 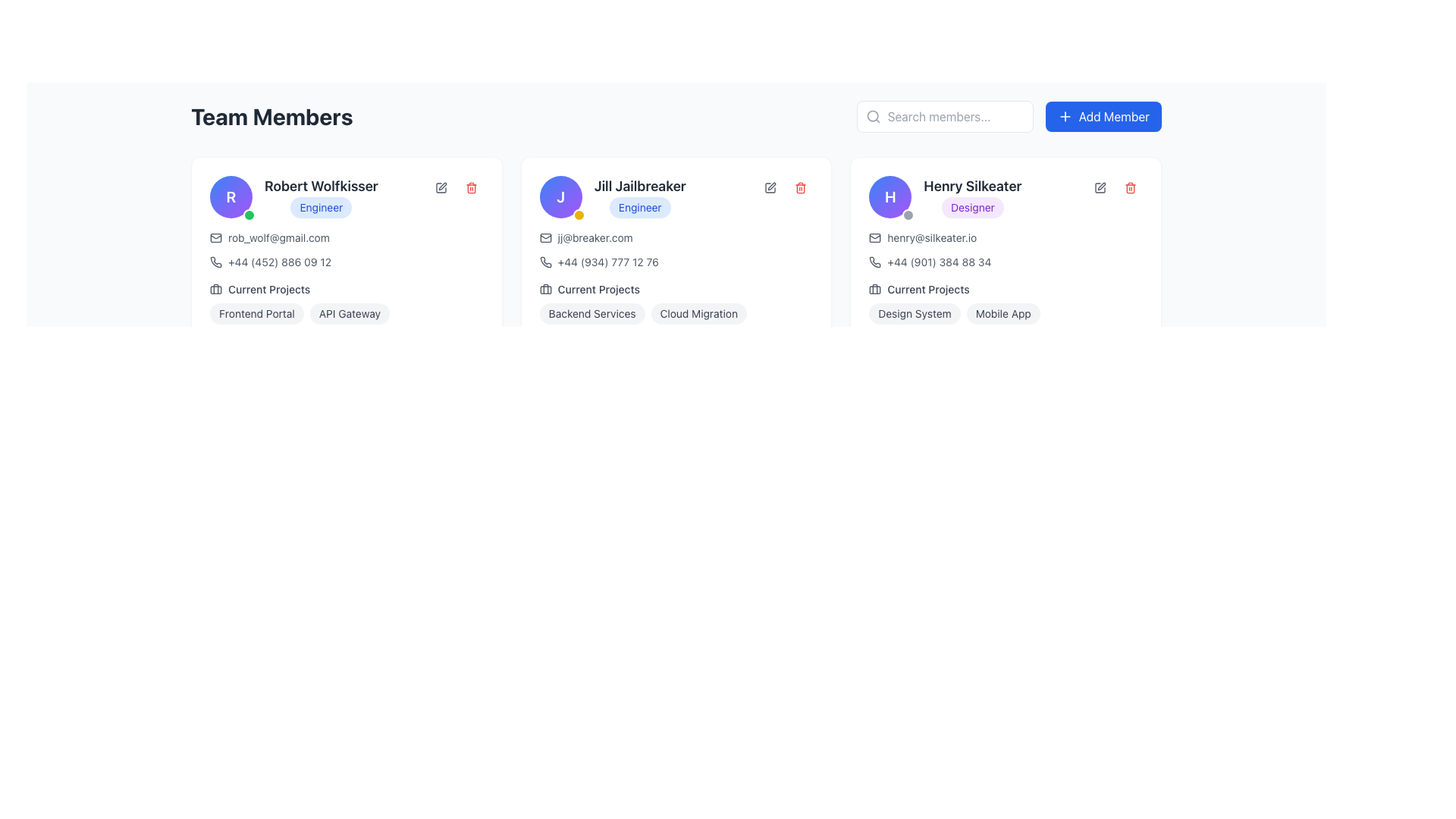 I want to click on the interactive email link labeled 'jj@breaker.com' located within the 'Jill Jailbreaker' card, positioned to the right of the email icon and above the phone number, to initiate an email, so click(x=595, y=237).